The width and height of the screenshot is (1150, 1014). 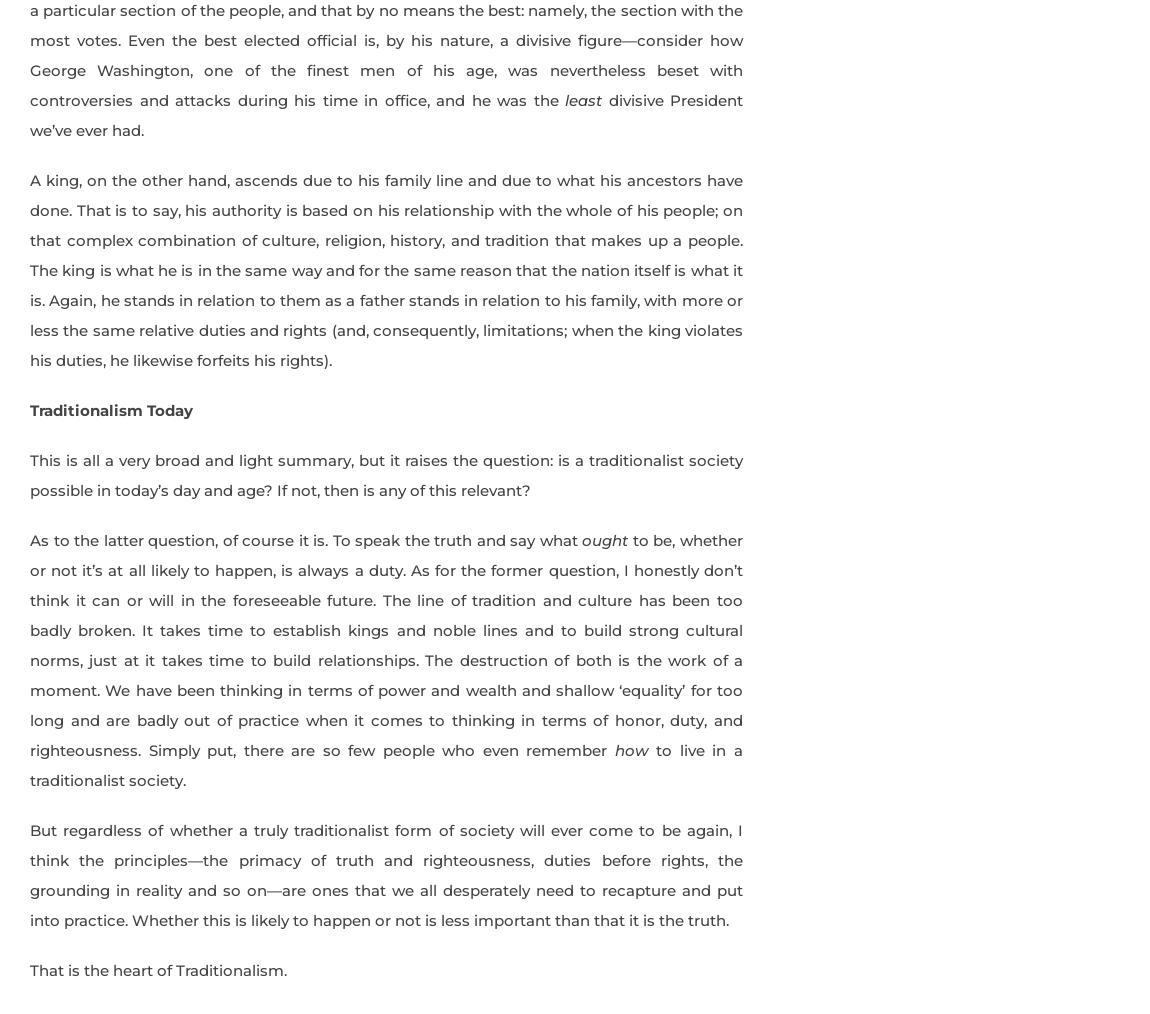 What do you see at coordinates (630, 748) in the screenshot?
I see `'how'` at bounding box center [630, 748].